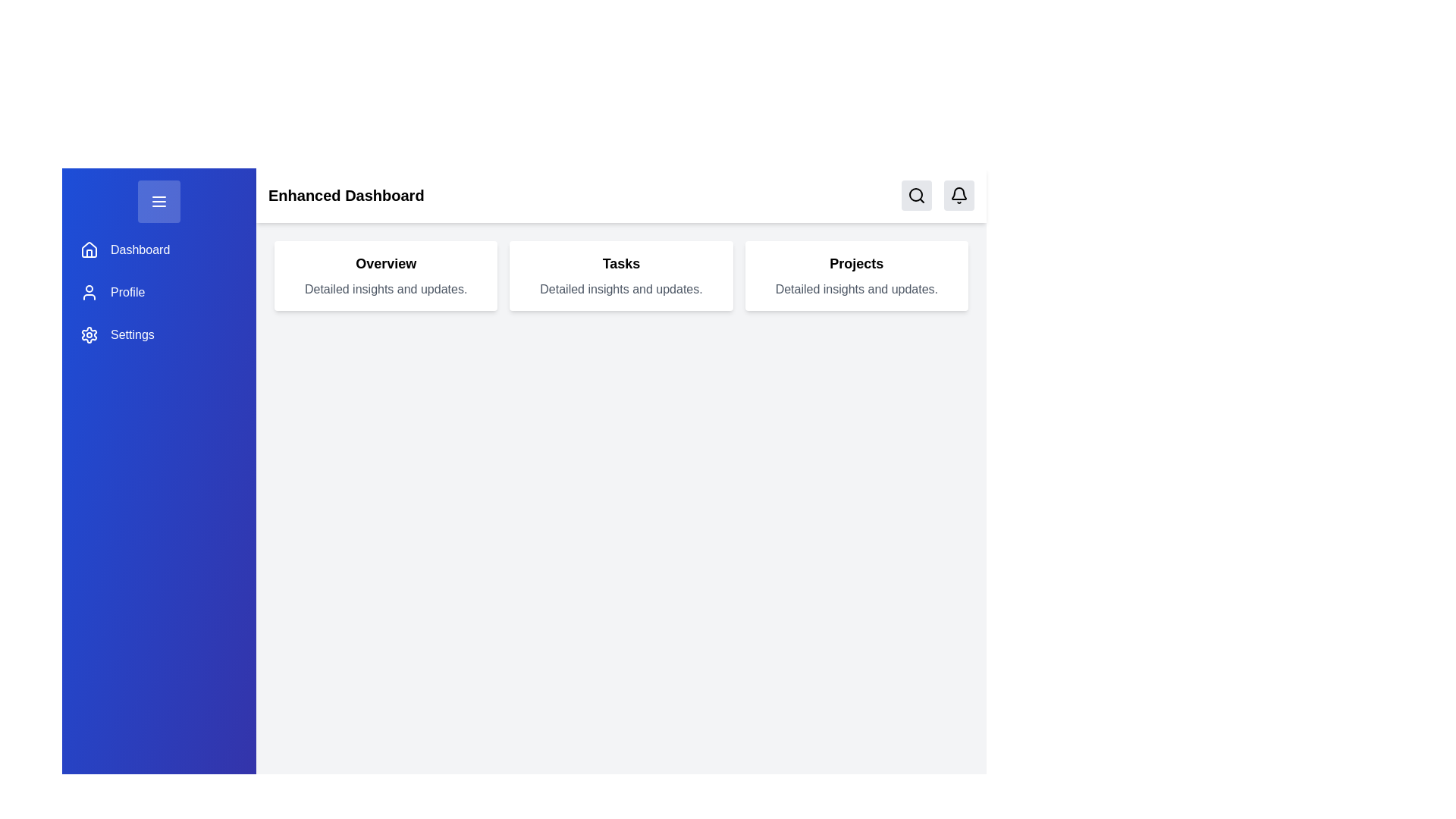  I want to click on the Profile Icon located in the sidebar menu, so click(89, 292).